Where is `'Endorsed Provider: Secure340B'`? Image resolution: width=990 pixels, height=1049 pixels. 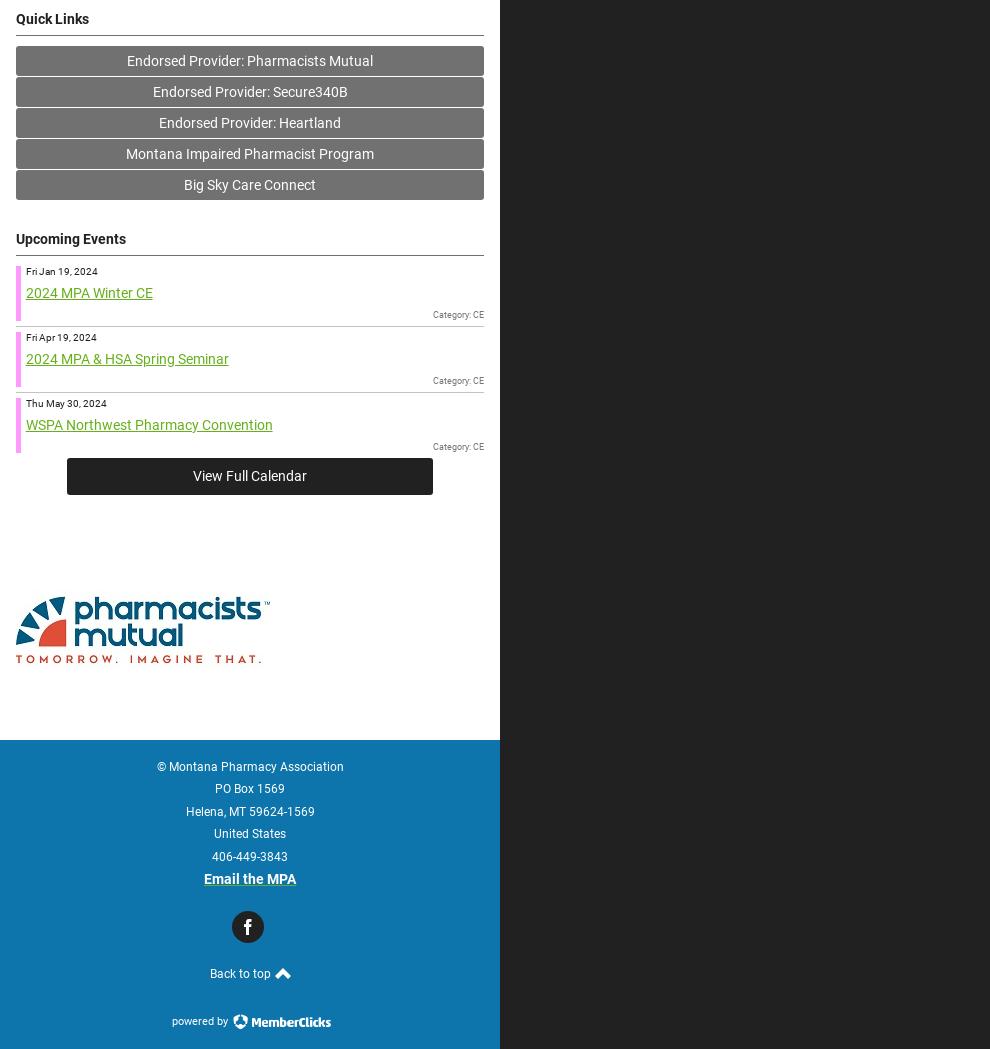 'Endorsed Provider: Secure340B' is located at coordinates (151, 89).